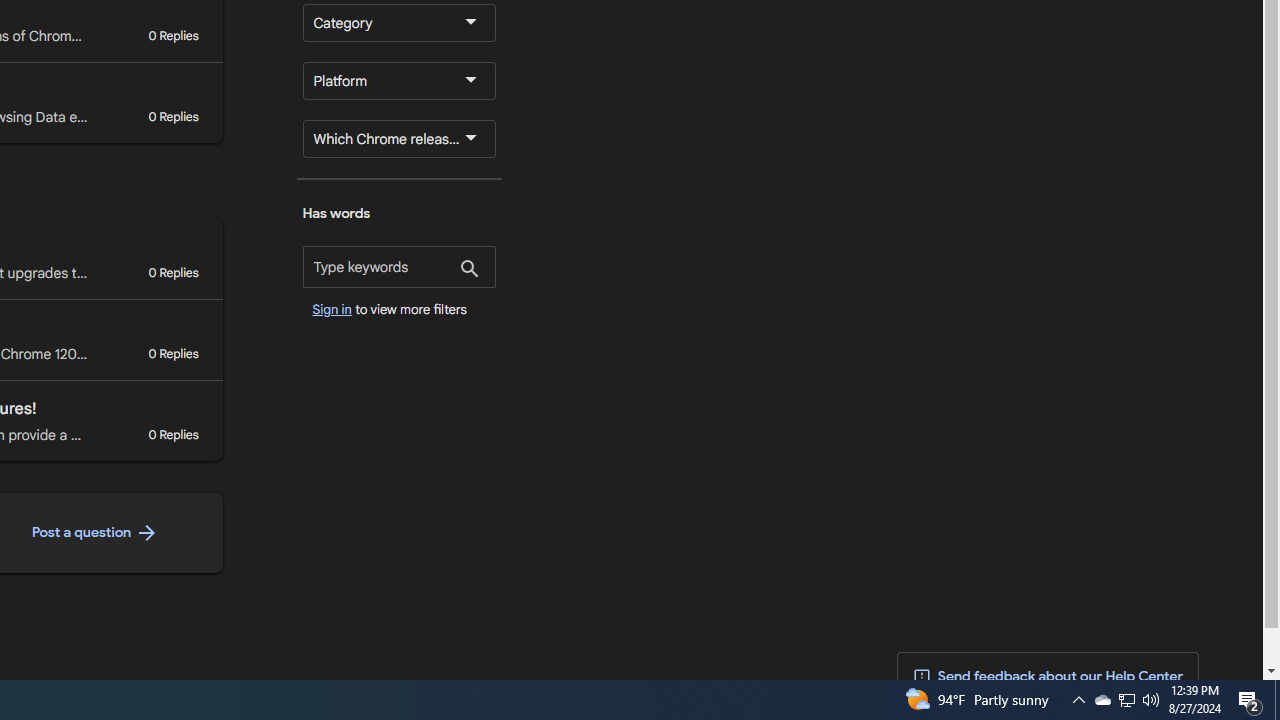 The height and width of the screenshot is (720, 1280). Describe the element at coordinates (1047, 676) in the screenshot. I see `' Send feedback about our Help Center'` at that location.